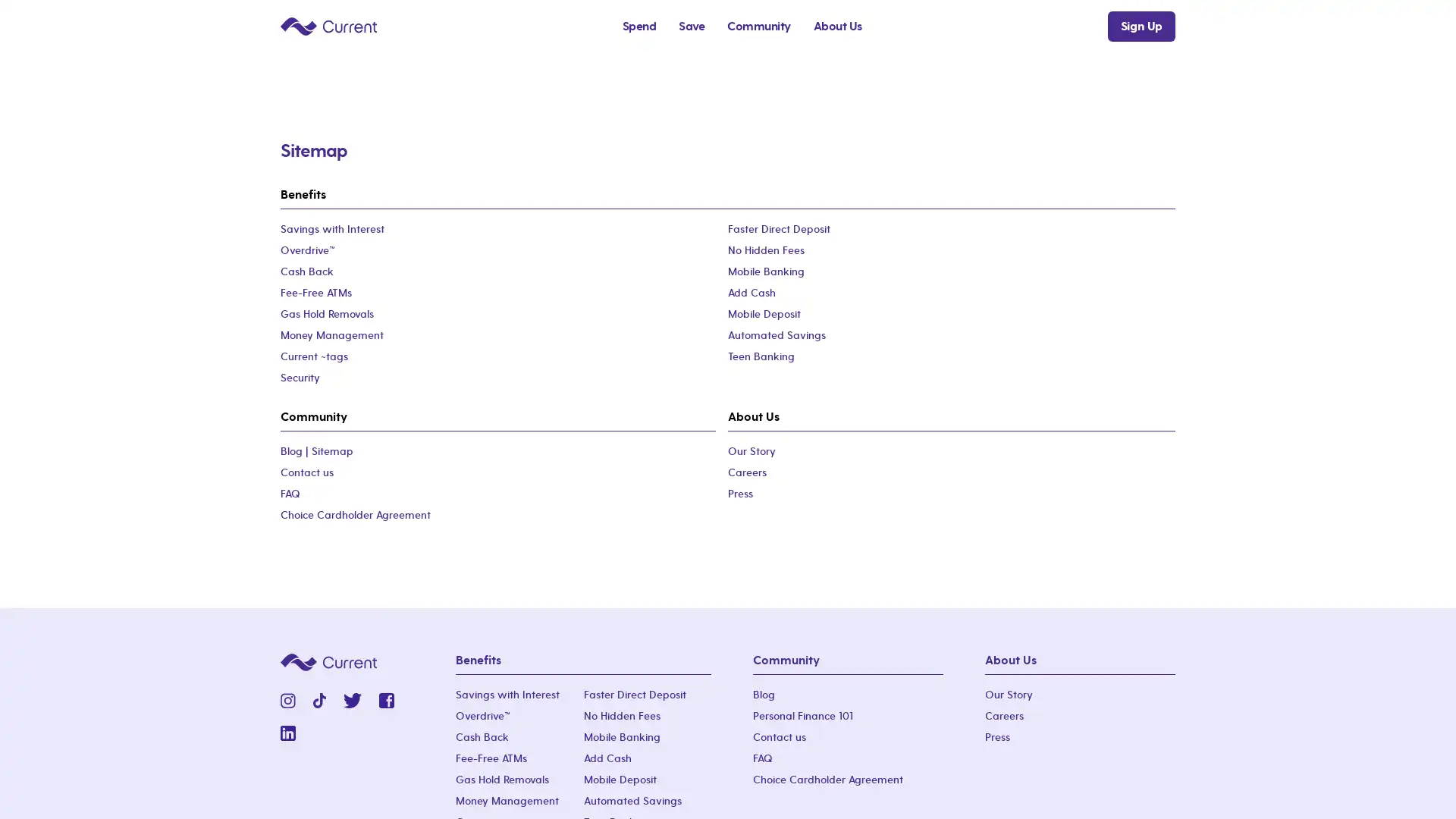 This screenshot has height=819, width=1456. I want to click on Add Cash, so click(607, 759).